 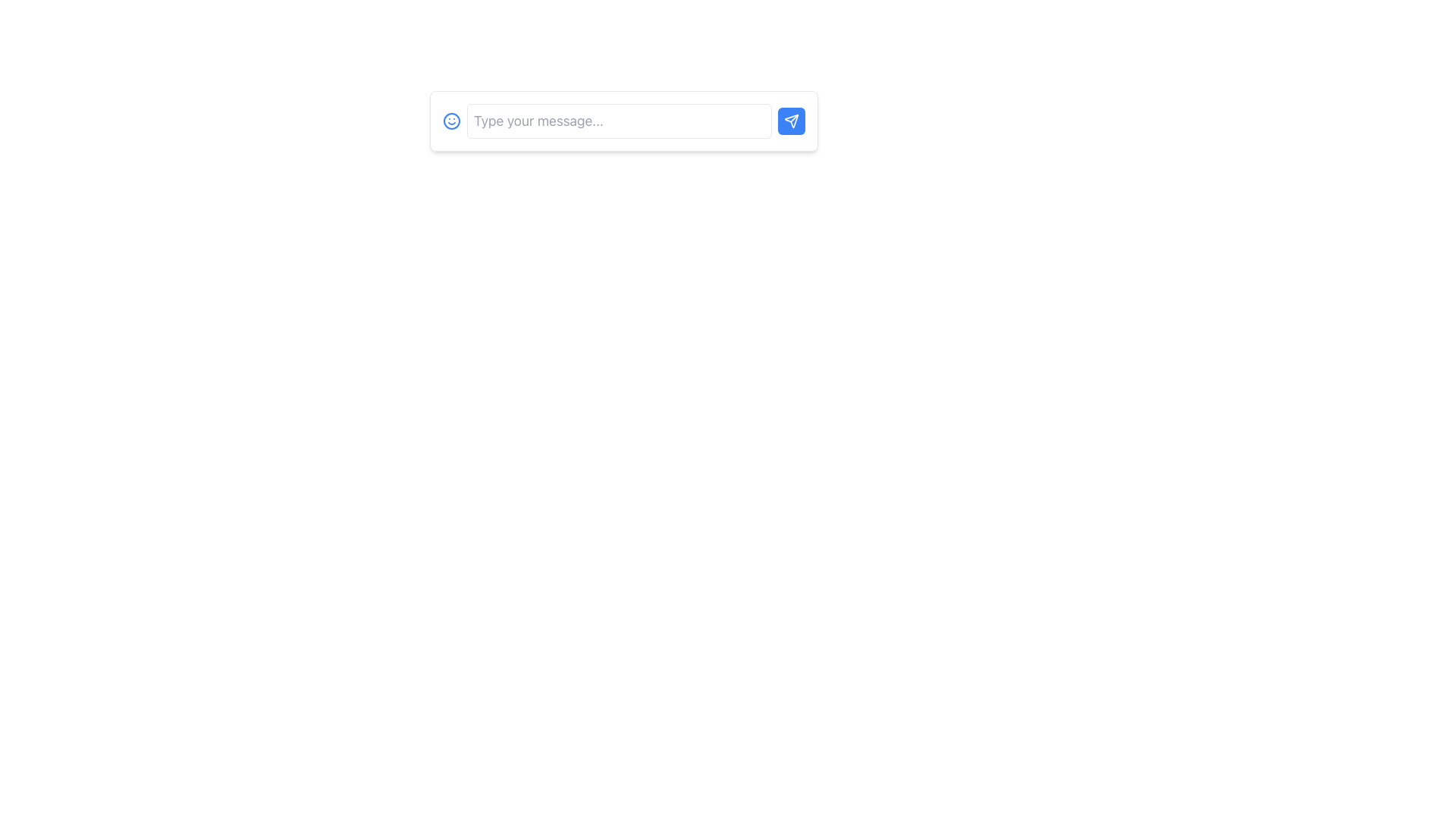 I want to click on the outer ring of the smiley icon, which is a circular SVG element positioned to the left of the input text field, so click(x=450, y=120).